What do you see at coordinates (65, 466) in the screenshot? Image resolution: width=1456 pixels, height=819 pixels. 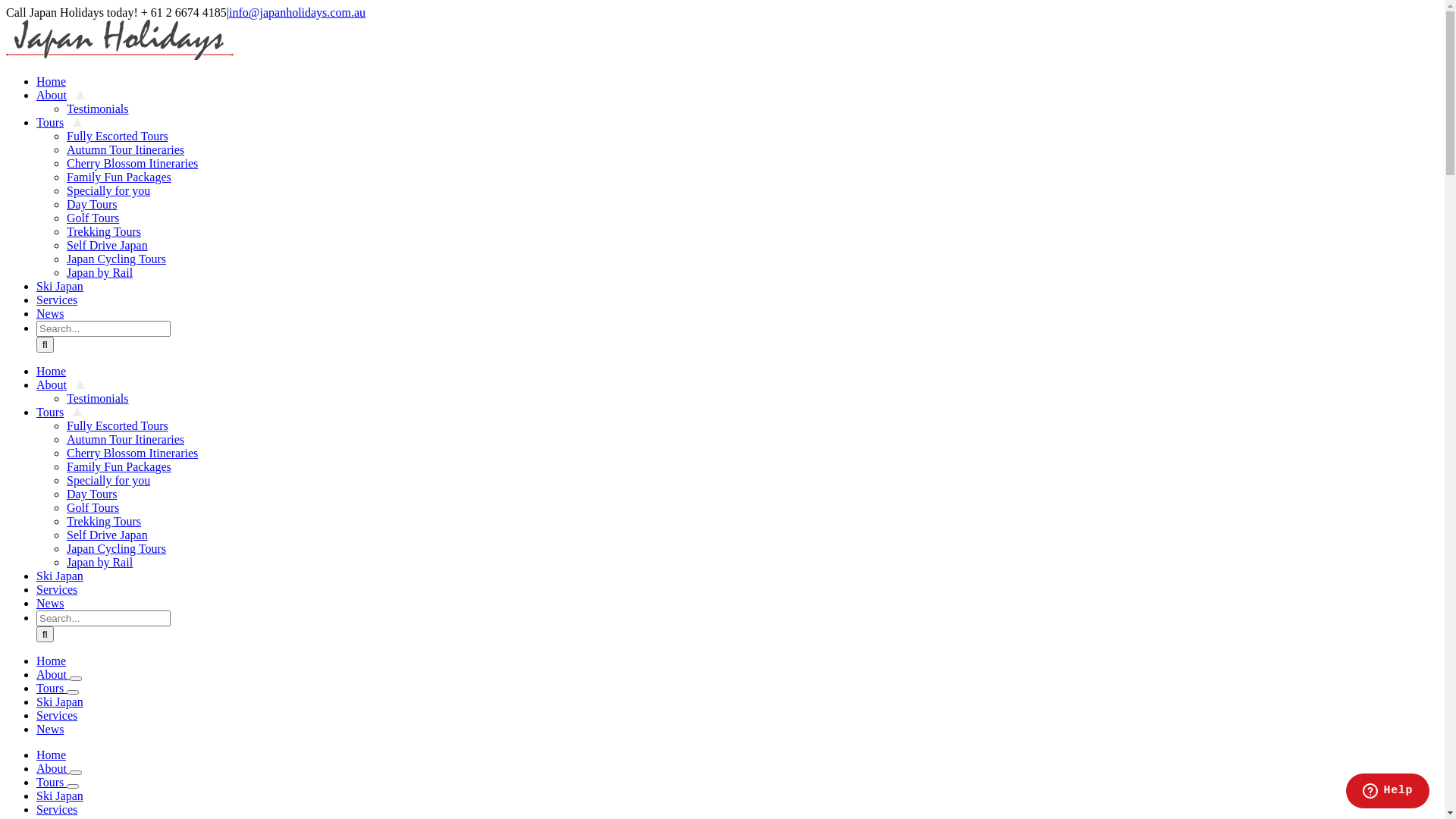 I see `'Family Fun Packages'` at bounding box center [65, 466].